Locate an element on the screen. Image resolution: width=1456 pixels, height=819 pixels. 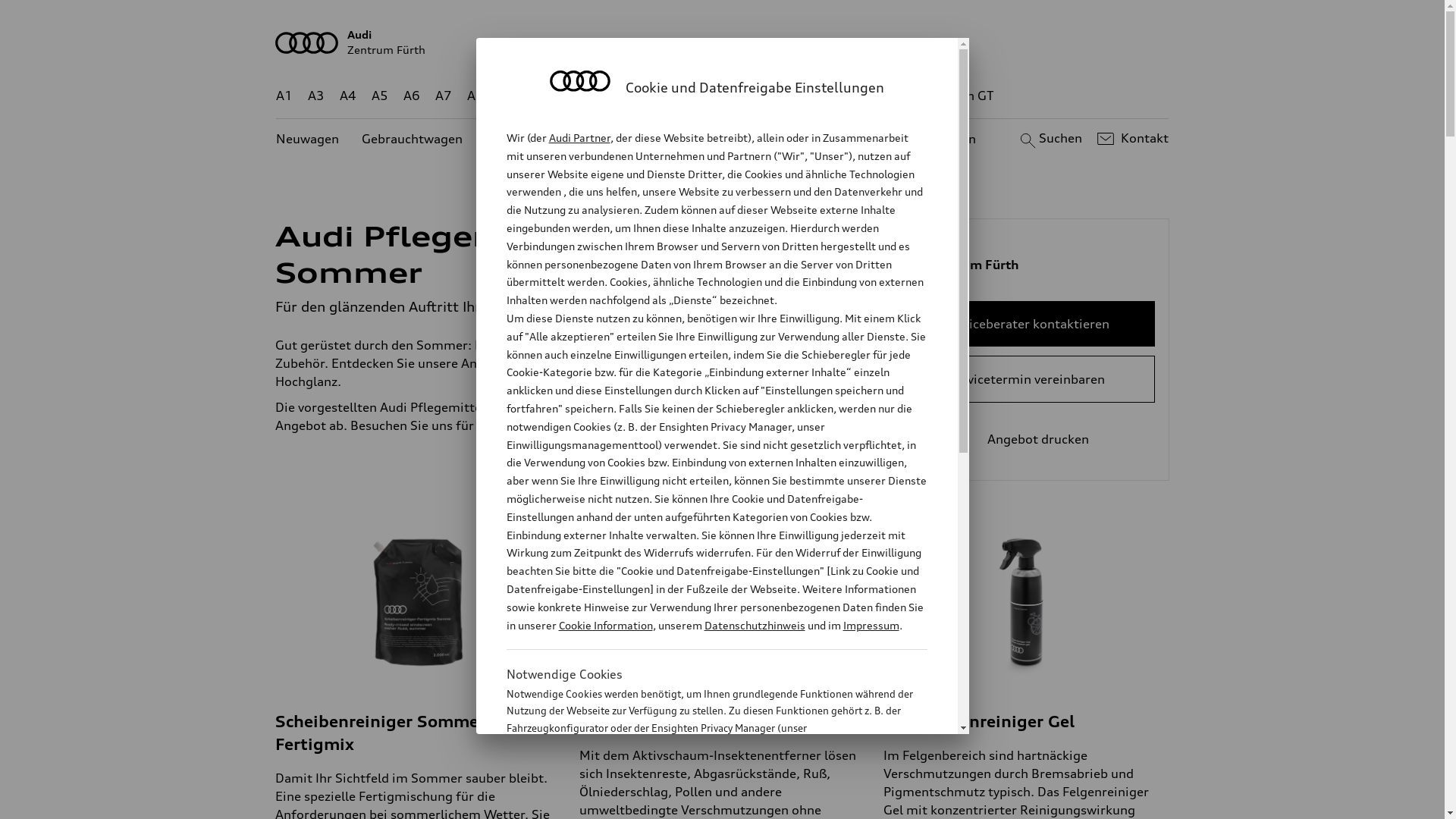
'A3' is located at coordinates (315, 96).